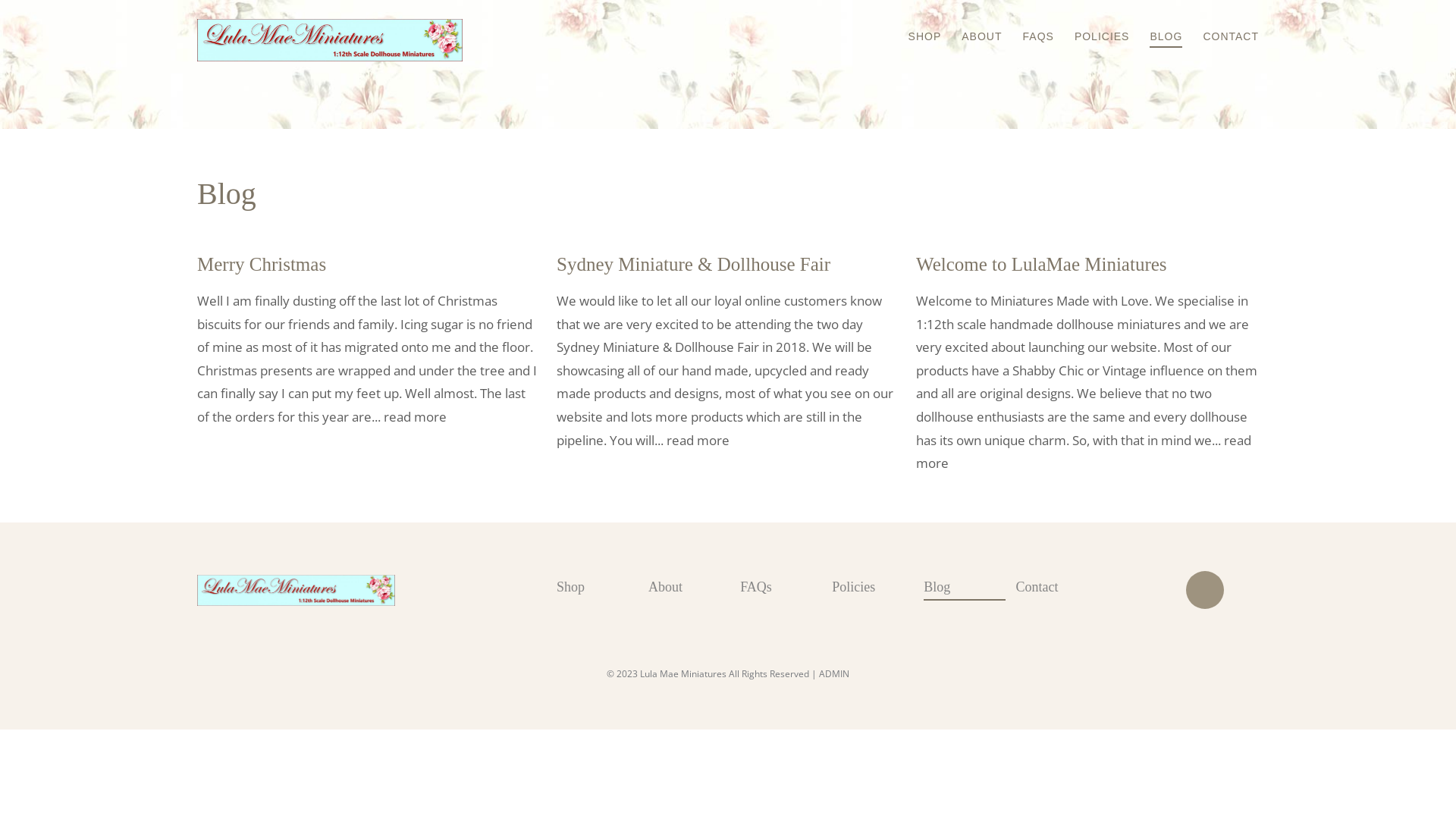 This screenshot has width=1456, height=819. Describe the element at coordinates (196, 590) in the screenshot. I see `'Lula Mae Miniatures'` at that location.